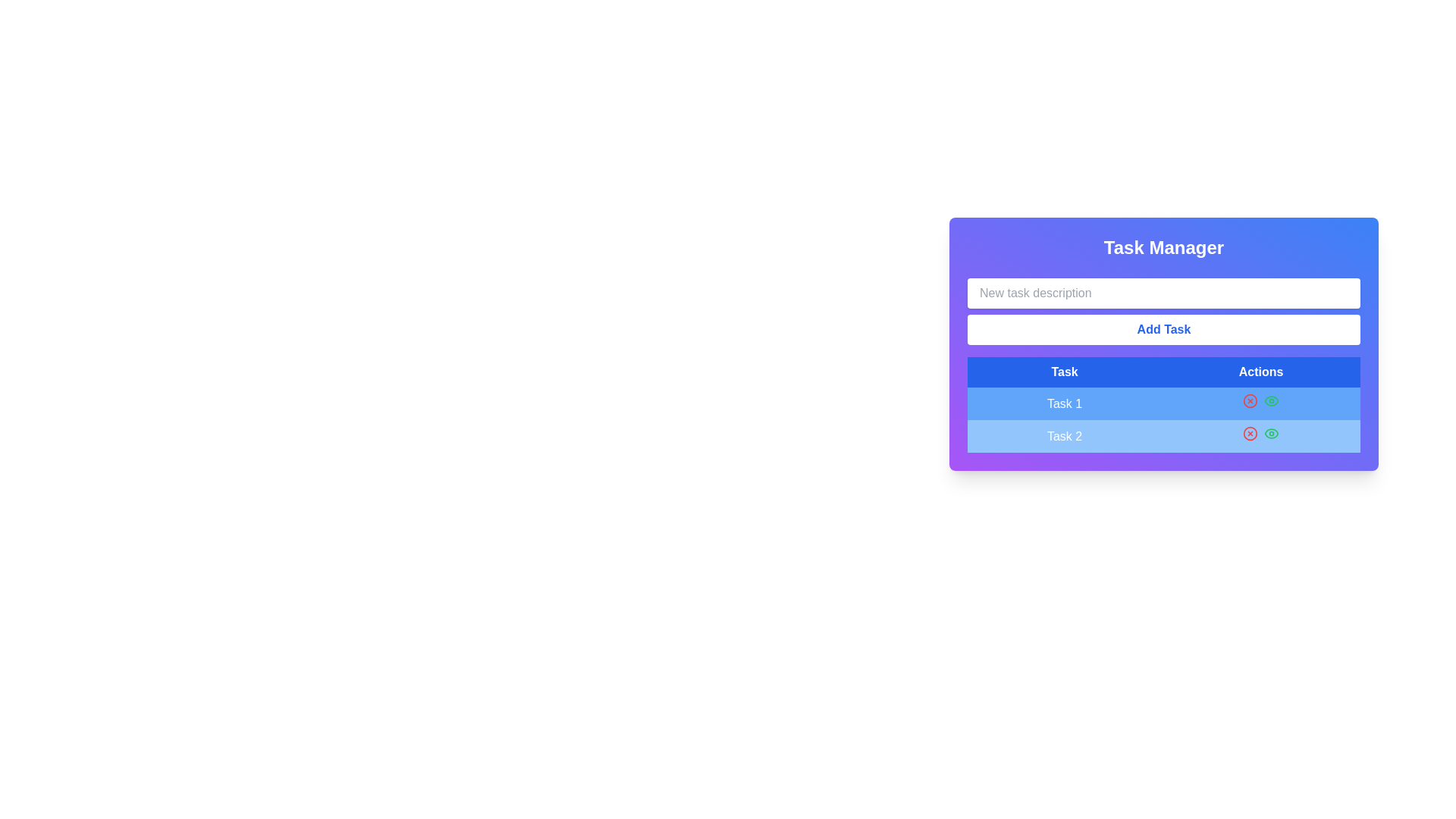  What do you see at coordinates (1250, 433) in the screenshot?
I see `the delete button located in the 'Actions' column of the second row in the Task Manager section` at bounding box center [1250, 433].